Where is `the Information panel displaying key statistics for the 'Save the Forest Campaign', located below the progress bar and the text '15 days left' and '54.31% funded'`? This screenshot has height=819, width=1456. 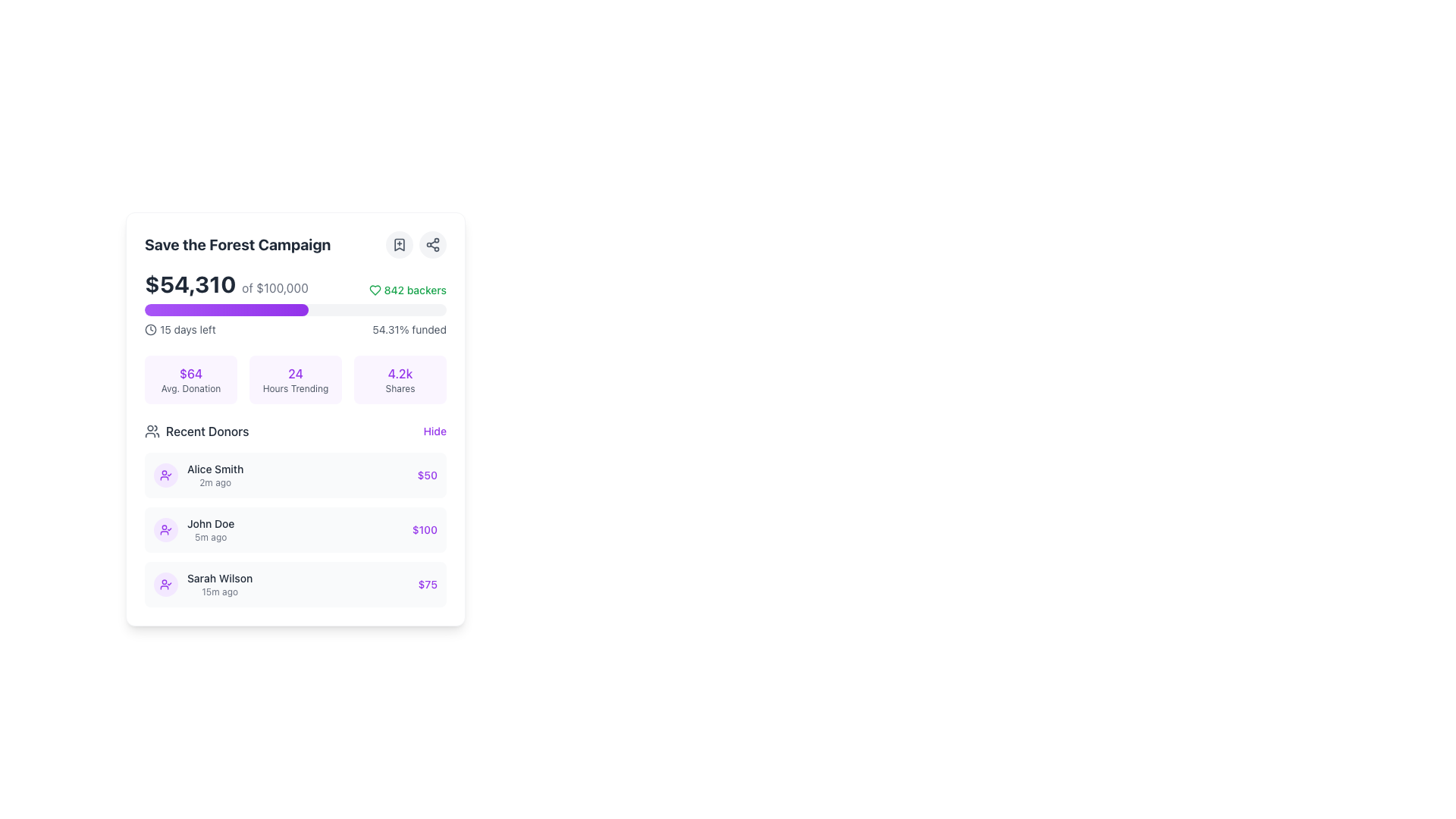
the Information panel displaying key statistics for the 'Save the Forest Campaign', located below the progress bar and the text '15 days left' and '54.31% funded' is located at coordinates (295, 379).